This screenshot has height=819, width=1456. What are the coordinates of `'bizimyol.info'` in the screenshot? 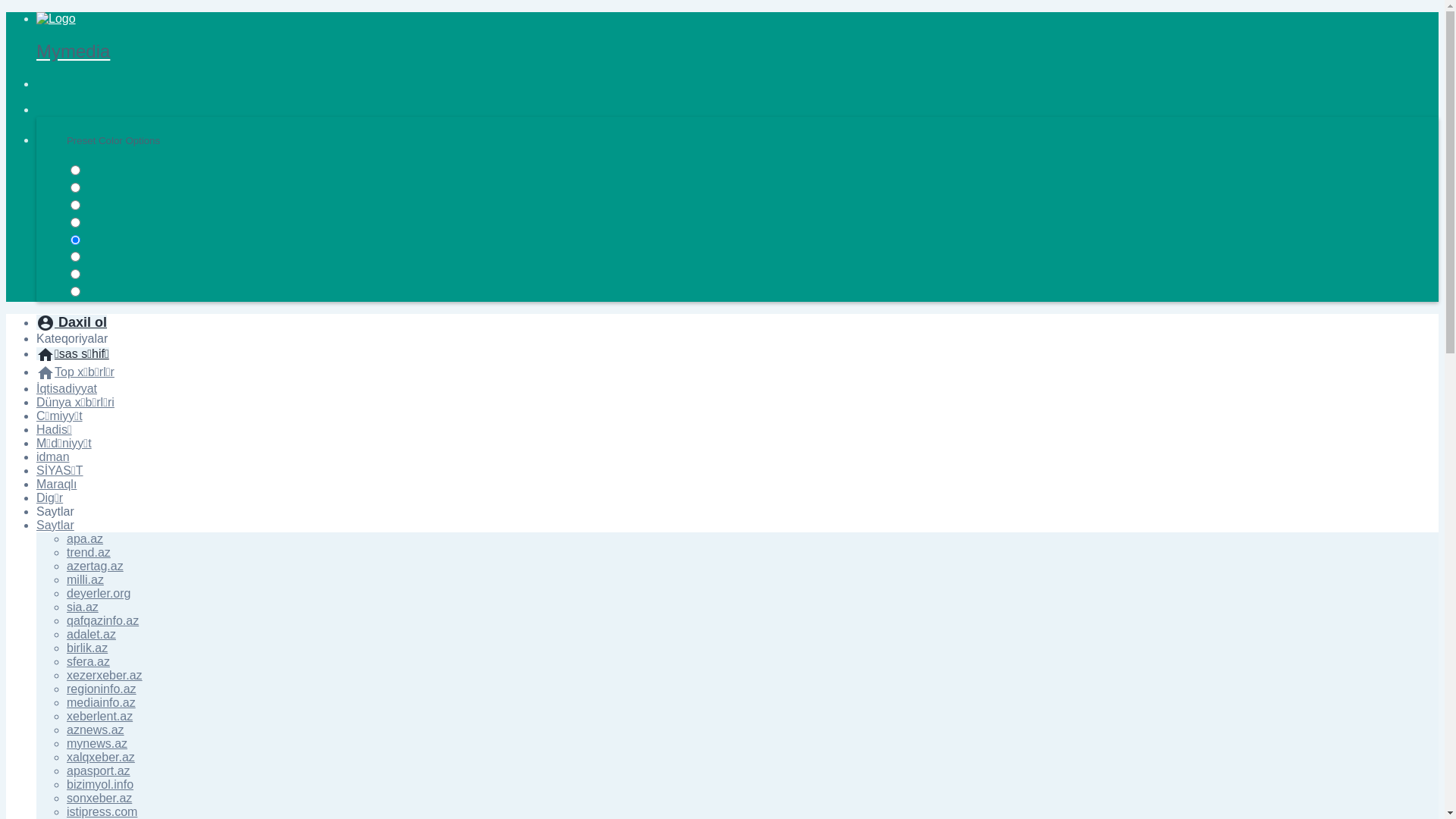 It's located at (99, 784).